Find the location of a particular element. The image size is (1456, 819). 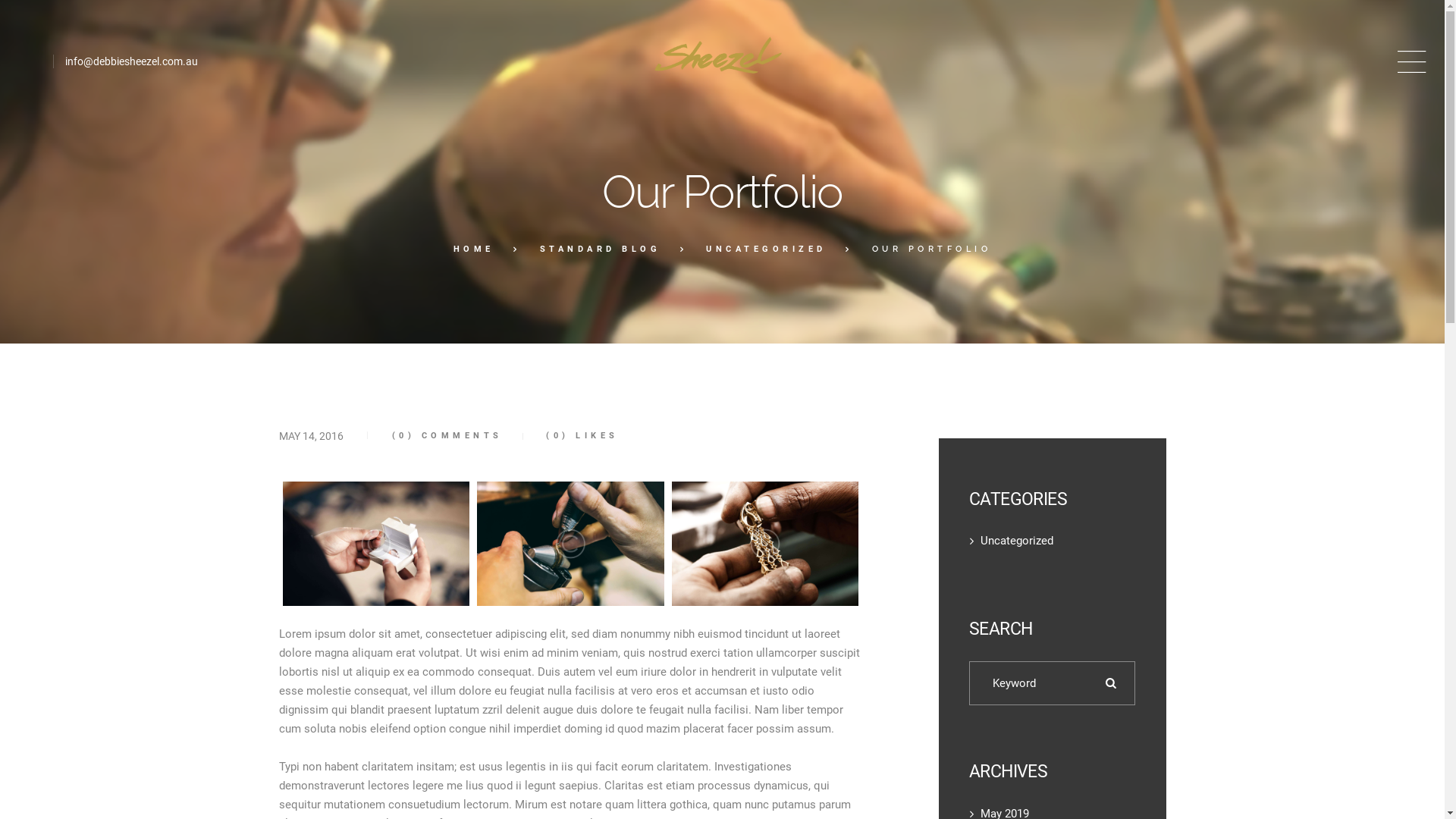

'STANDARD BLOG' is located at coordinates (600, 248).